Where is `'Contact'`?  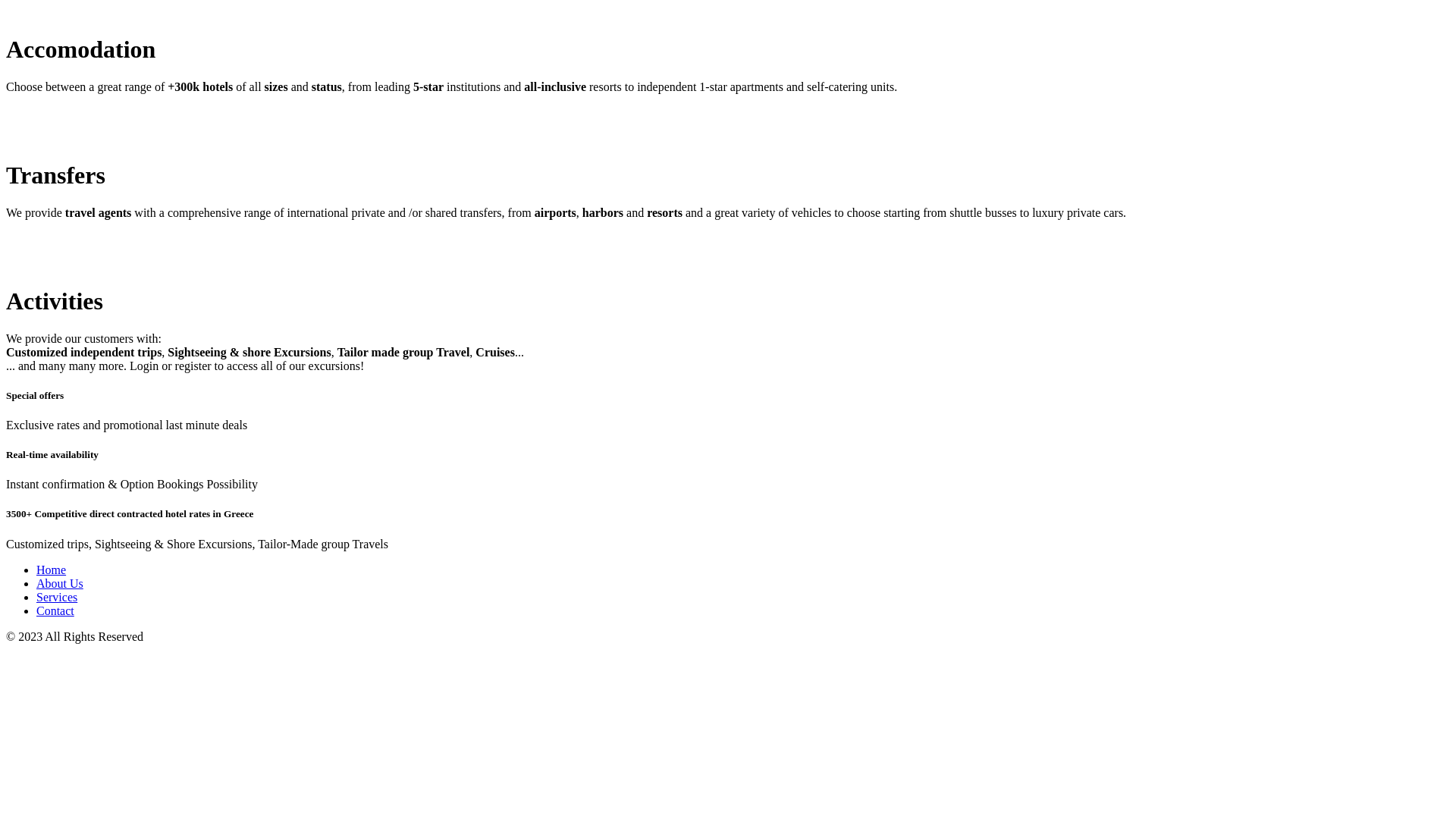
'Contact' is located at coordinates (55, 610).